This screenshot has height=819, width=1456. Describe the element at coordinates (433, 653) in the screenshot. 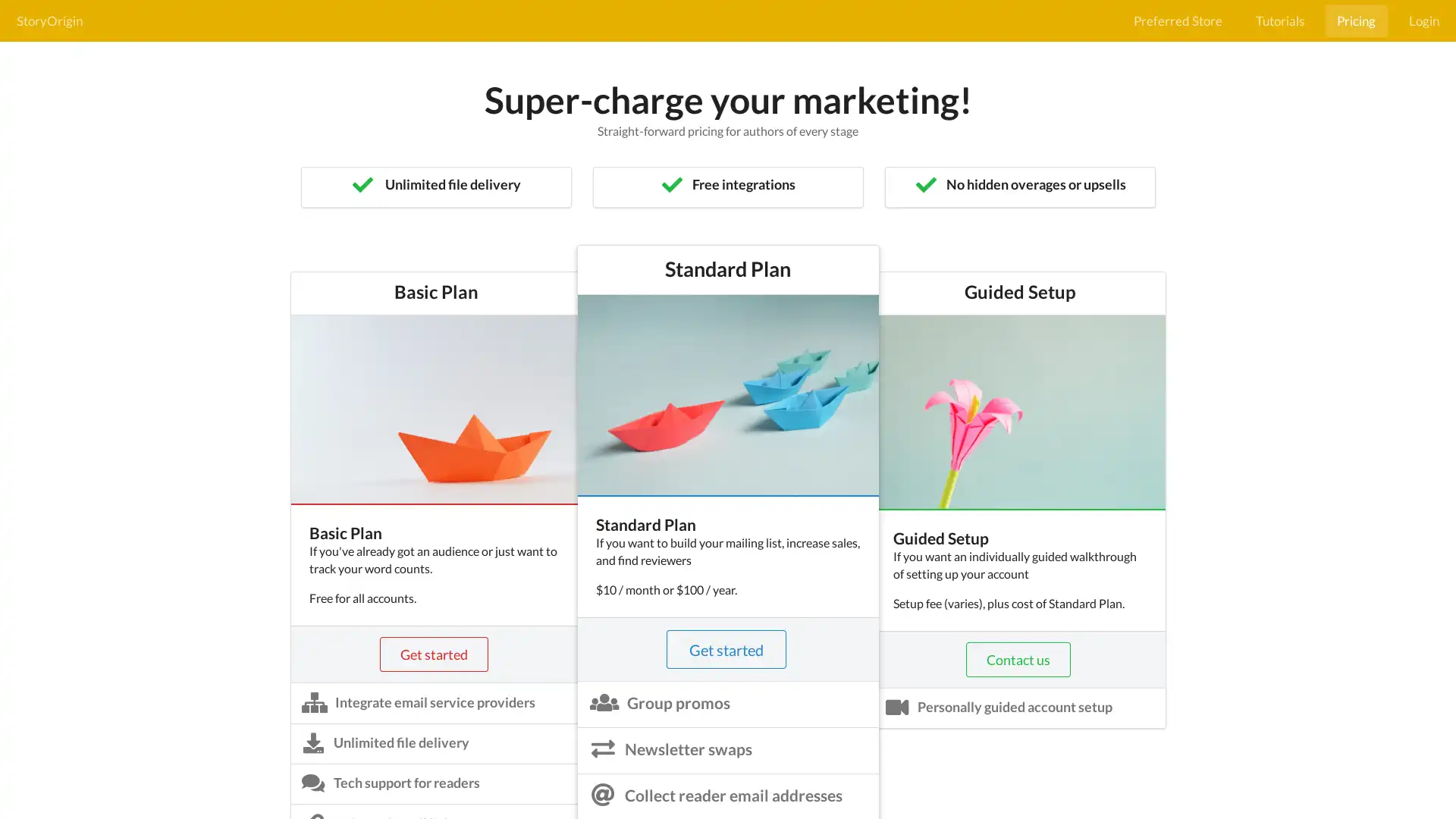

I see `Get started` at that location.